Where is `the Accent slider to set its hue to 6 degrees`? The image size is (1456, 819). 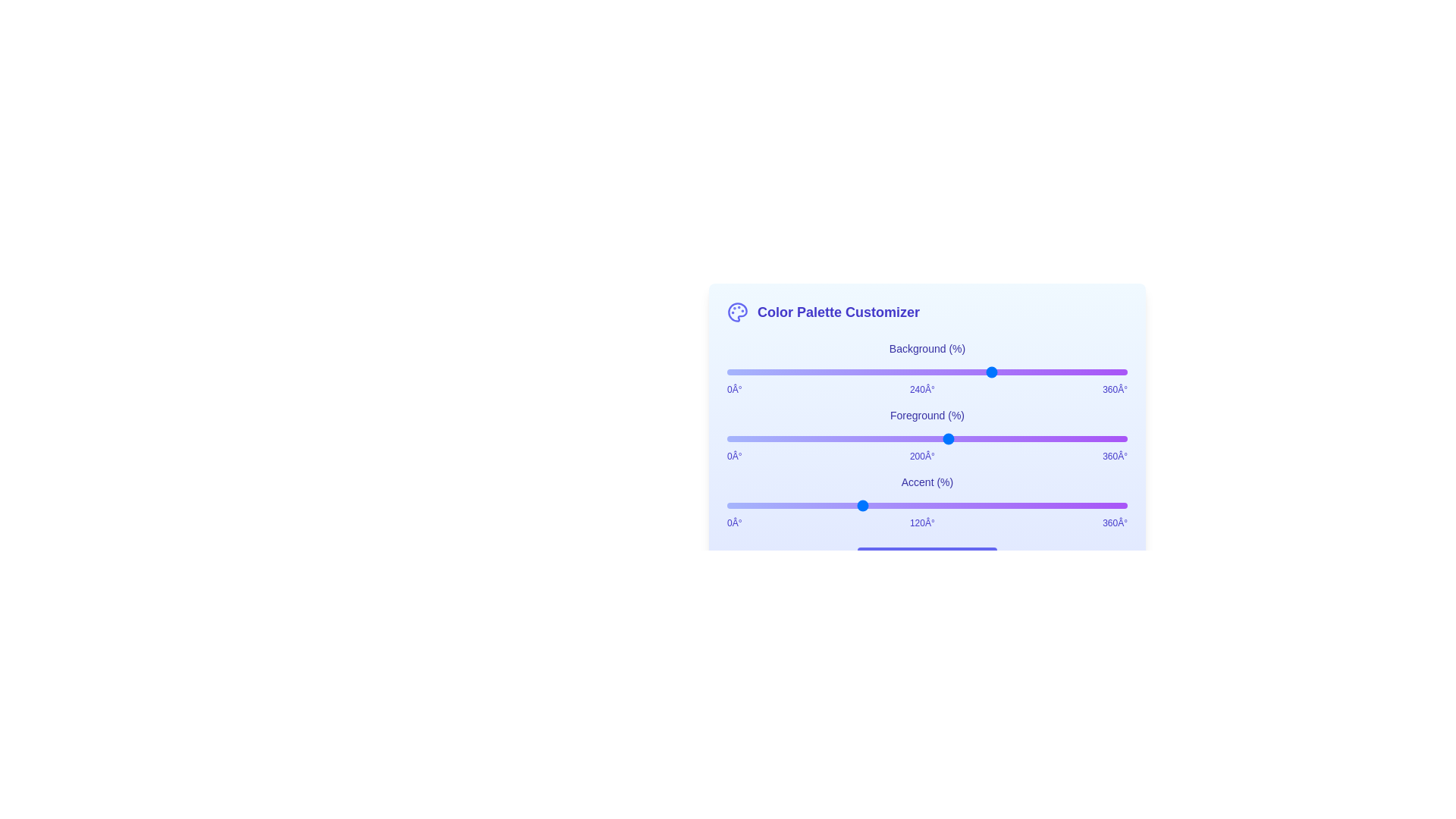 the Accent slider to set its hue to 6 degrees is located at coordinates (733, 506).